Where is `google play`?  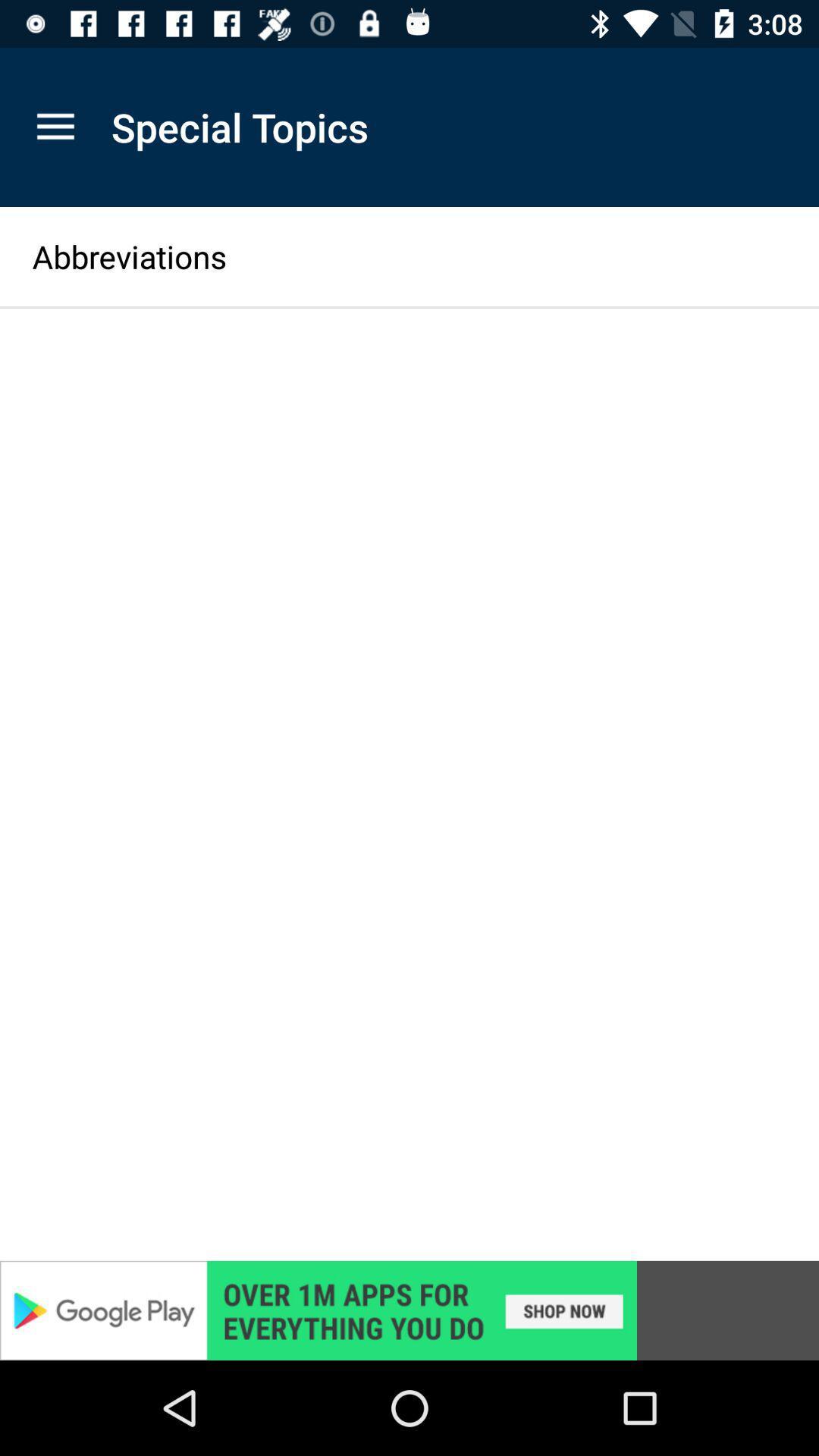 google play is located at coordinates (409, 1310).